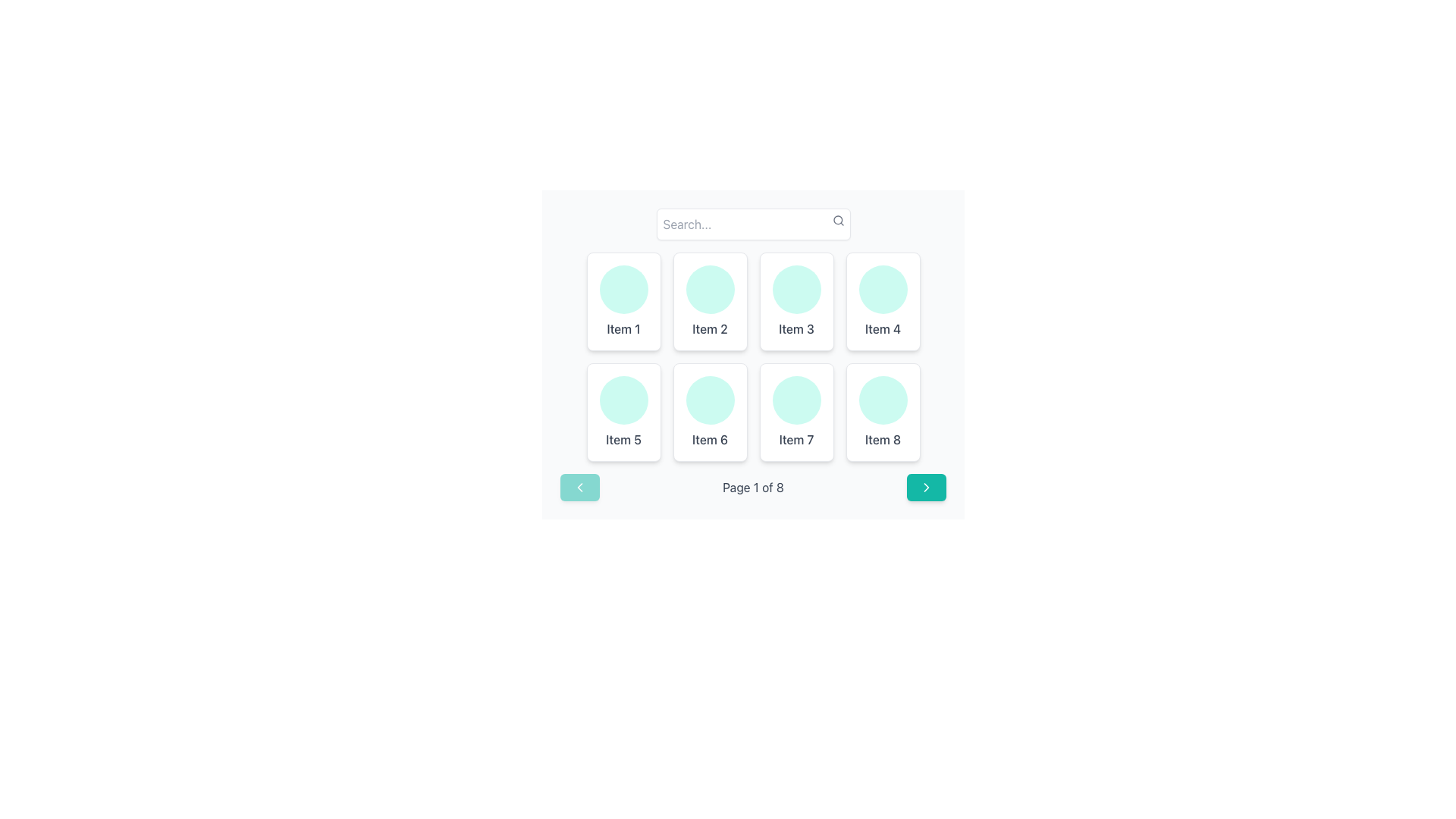 This screenshot has height=819, width=1456. Describe the element at coordinates (623, 328) in the screenshot. I see `the text label 'Item 1' located at the bottom of the top-left card in the grid layout` at that location.